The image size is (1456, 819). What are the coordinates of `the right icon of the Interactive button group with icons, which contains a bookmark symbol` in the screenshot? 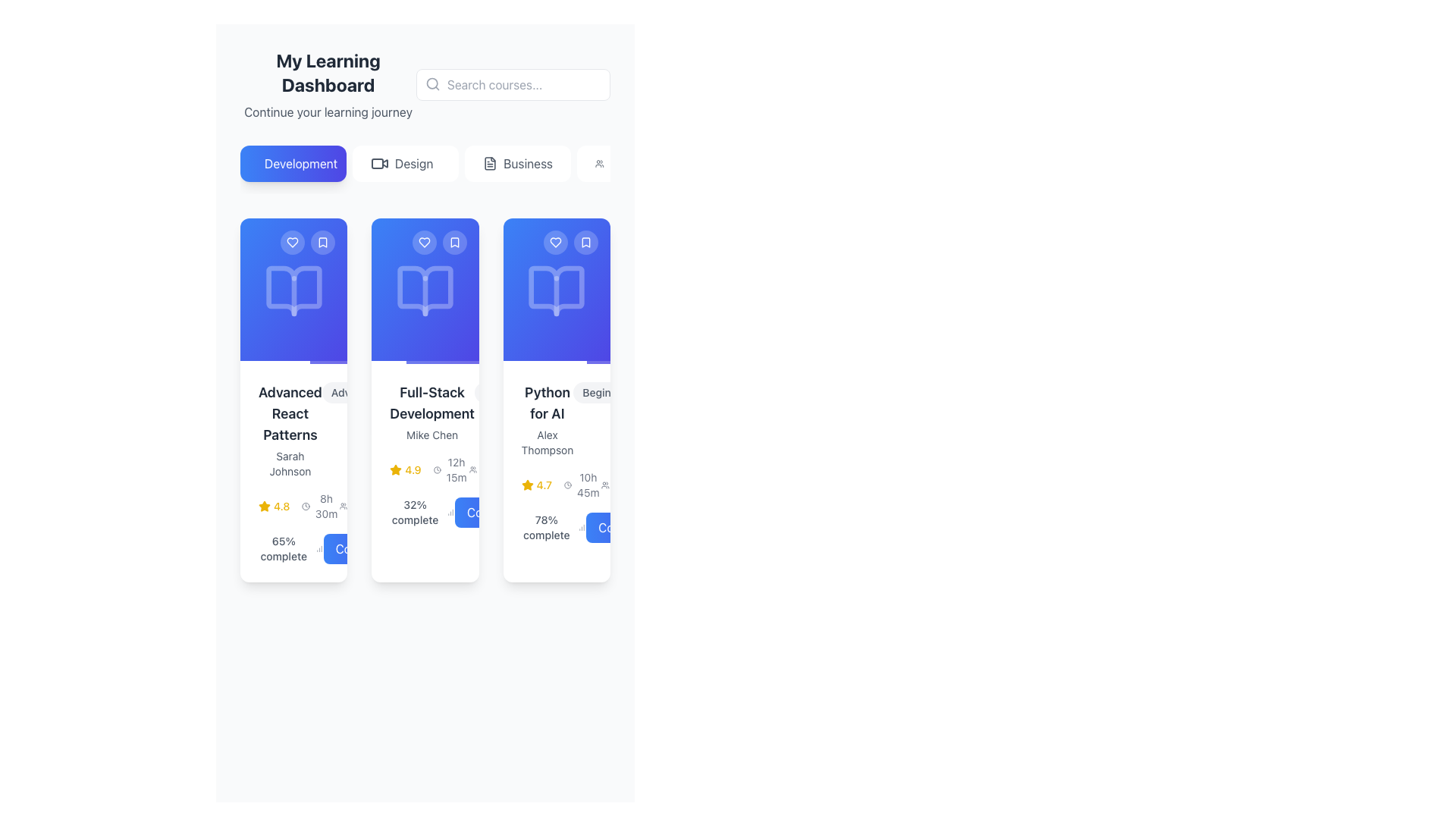 It's located at (307, 242).